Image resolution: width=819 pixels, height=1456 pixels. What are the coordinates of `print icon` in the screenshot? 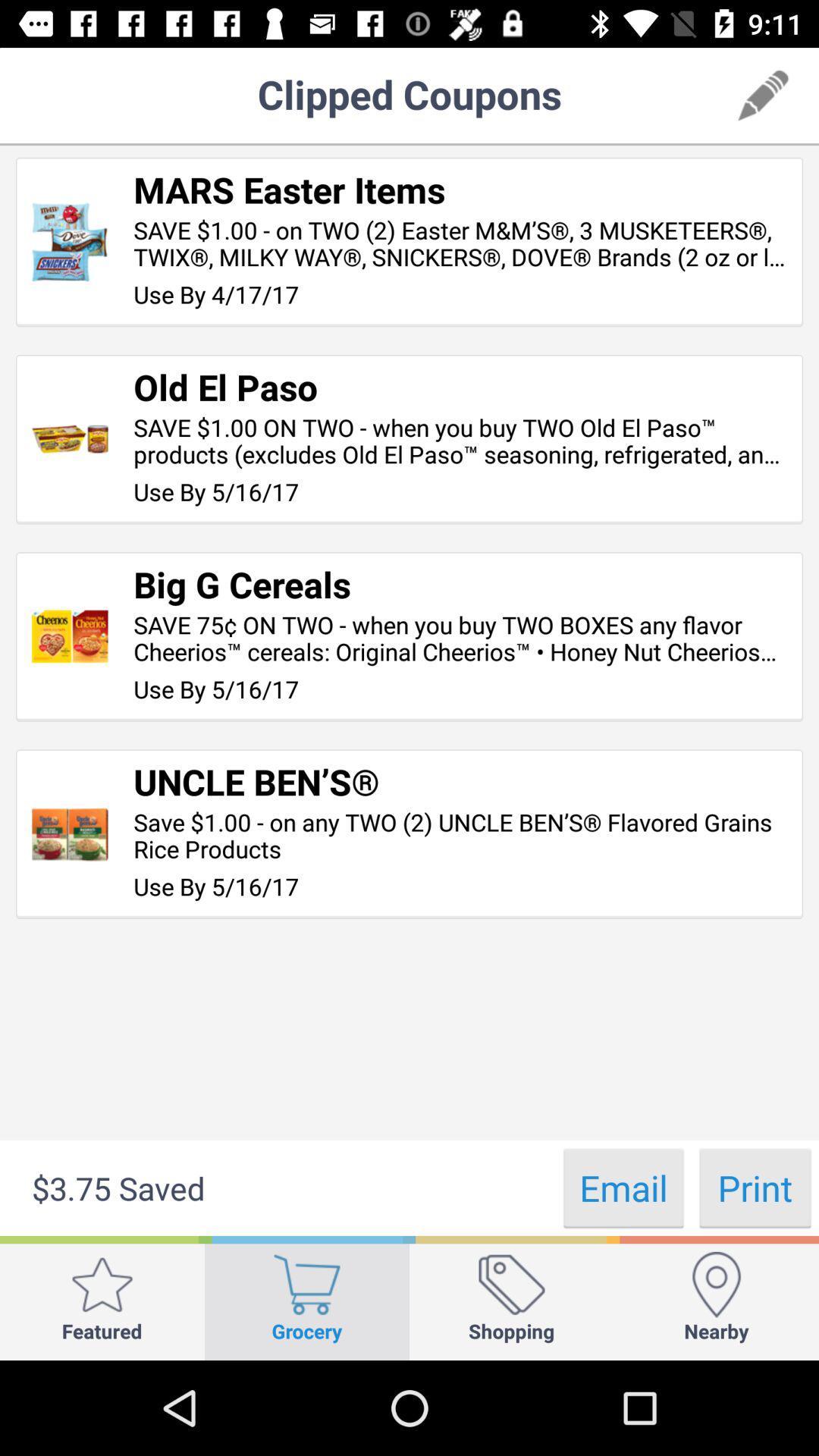 It's located at (755, 1187).